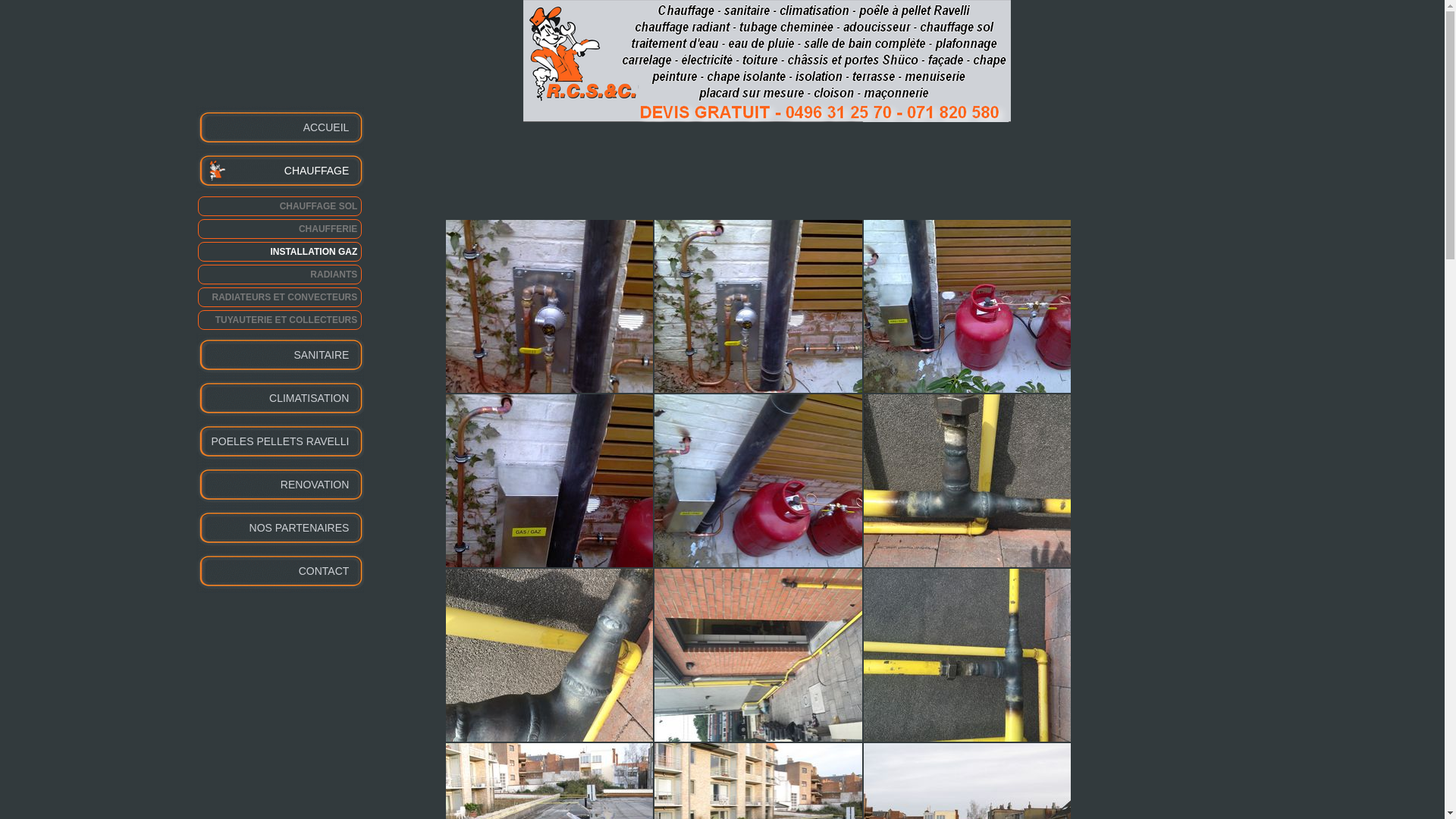 The width and height of the screenshot is (1456, 819). Describe the element at coordinates (280, 397) in the screenshot. I see `'CLIMATISATION'` at that location.